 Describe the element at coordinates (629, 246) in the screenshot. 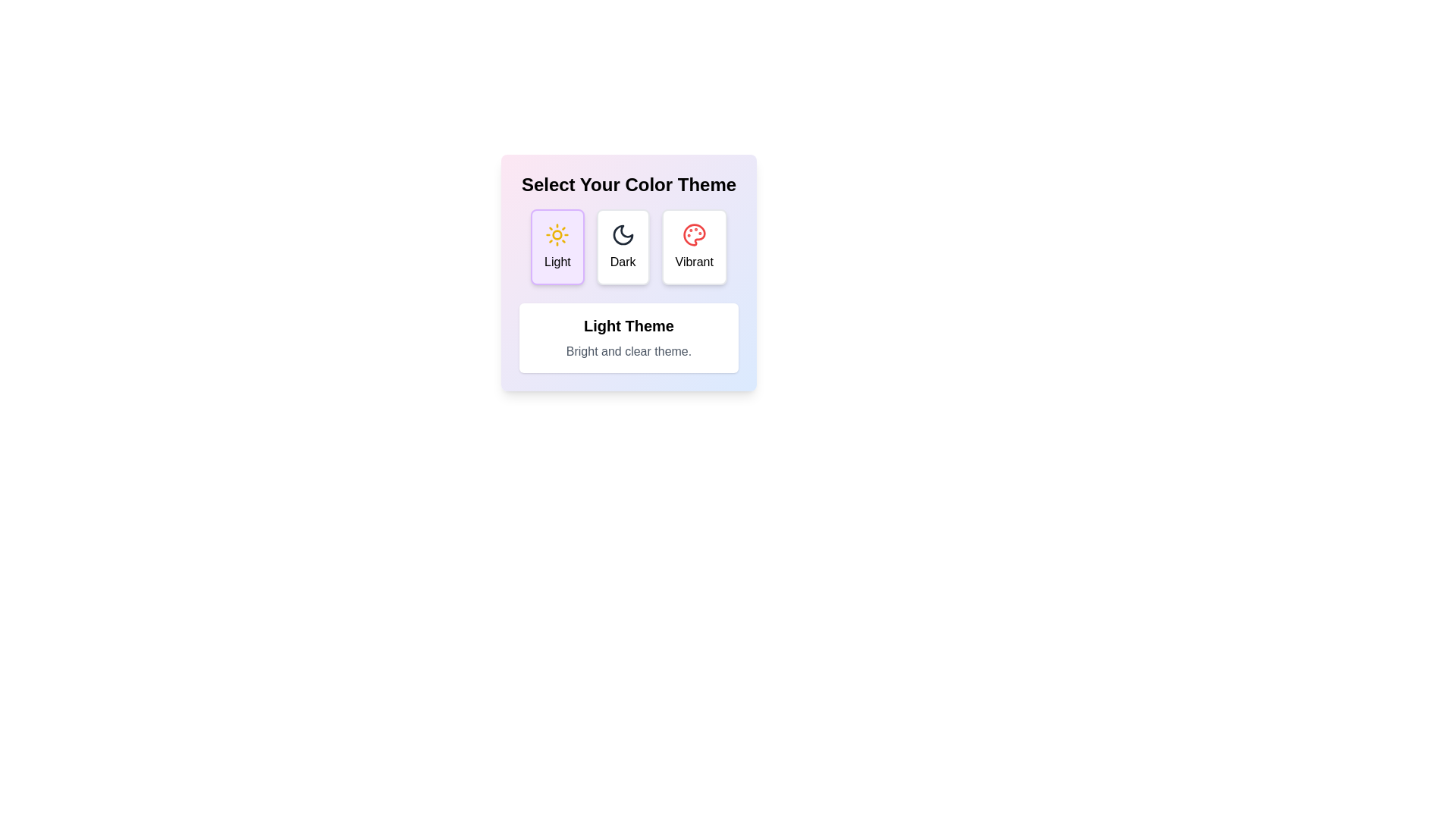

I see `the central button labeled 'Dark'` at that location.